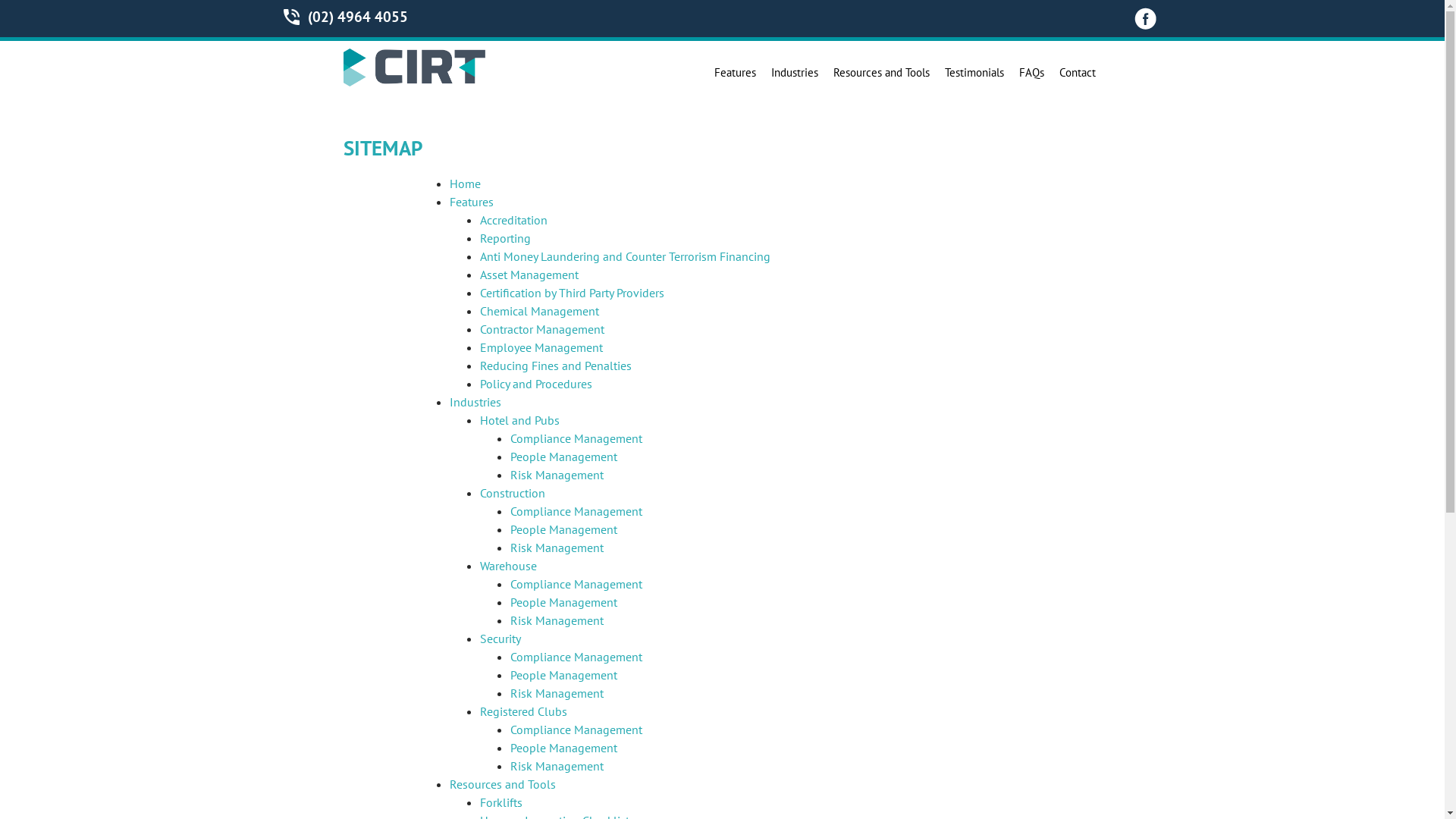 This screenshot has height=819, width=1456. I want to click on 'Home', so click(463, 183).